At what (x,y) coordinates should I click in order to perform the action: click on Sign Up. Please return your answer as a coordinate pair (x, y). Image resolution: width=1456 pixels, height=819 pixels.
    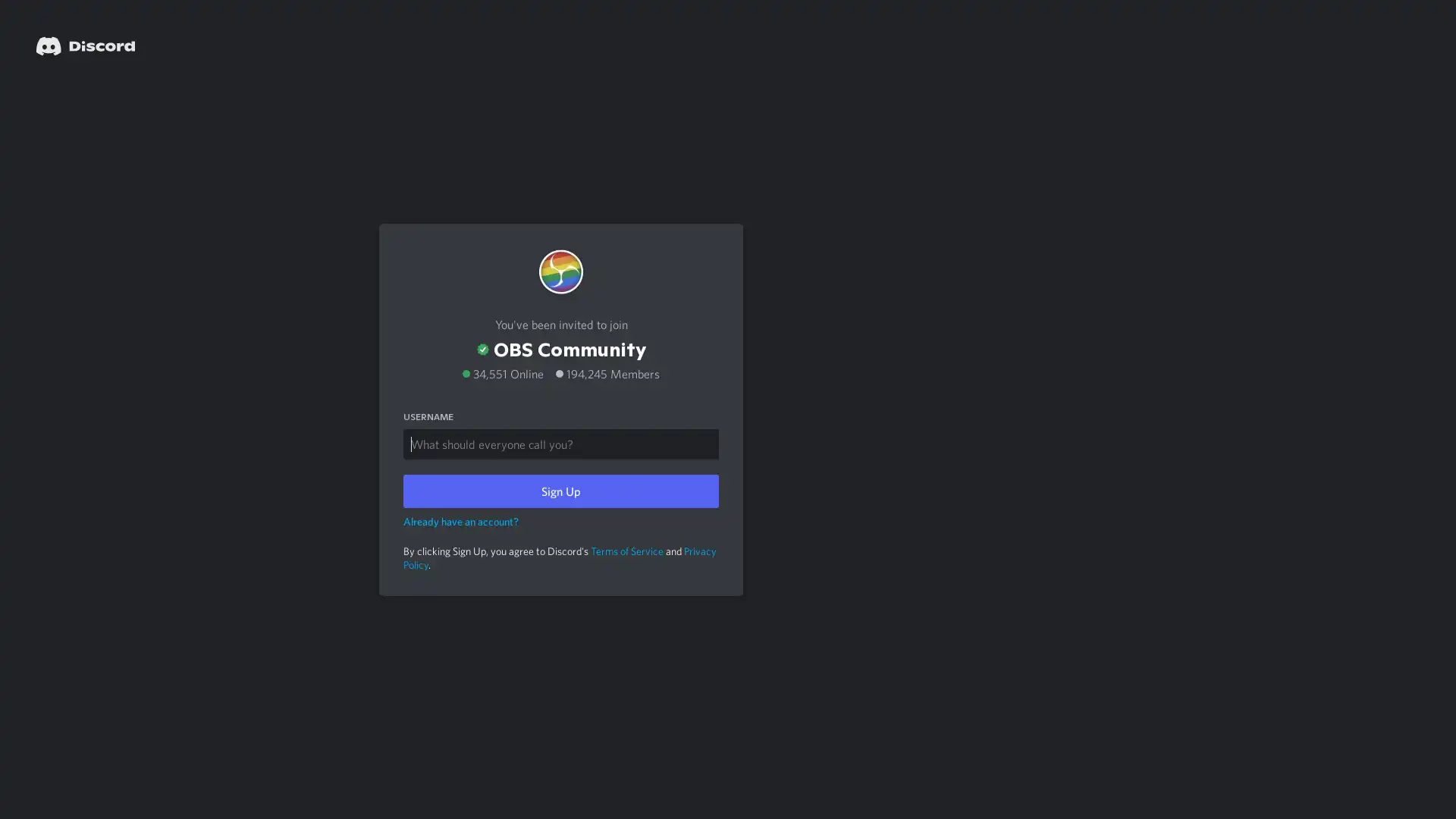
    Looking at the image, I should click on (560, 491).